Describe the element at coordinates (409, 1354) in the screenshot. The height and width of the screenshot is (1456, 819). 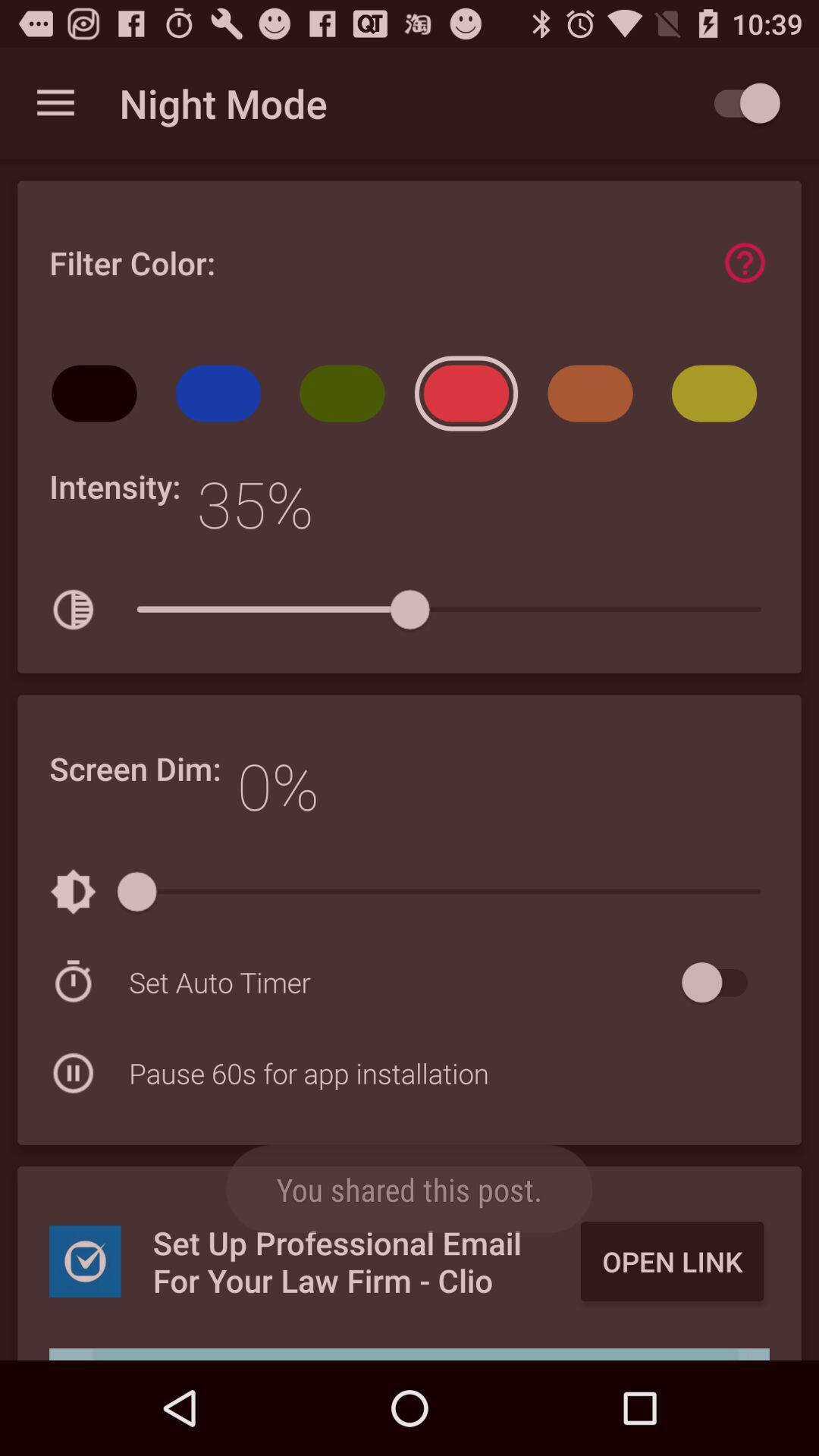
I see `downloading option` at that location.